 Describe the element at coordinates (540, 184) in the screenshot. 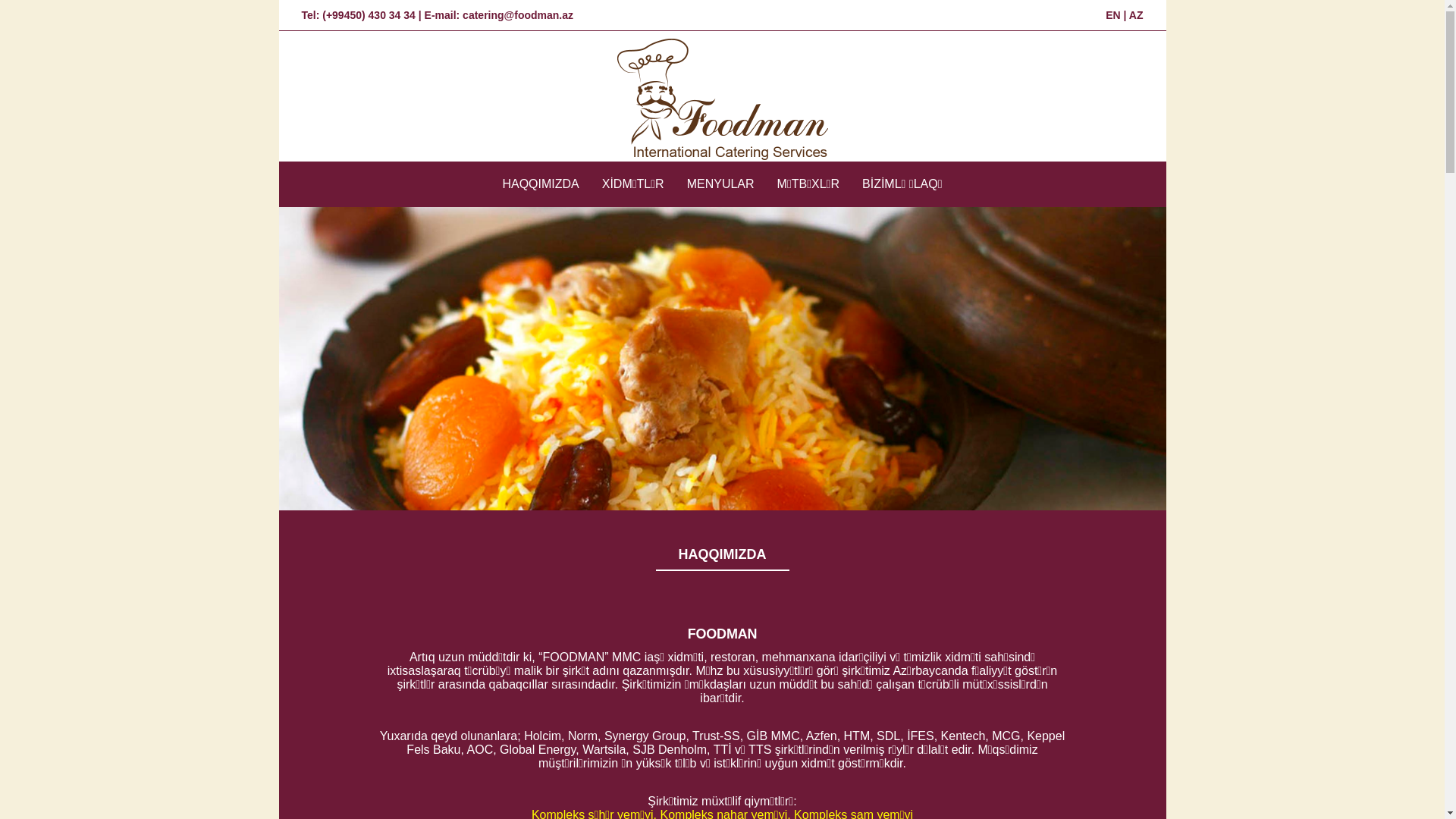

I see `'HAQQIMIZDA'` at that location.